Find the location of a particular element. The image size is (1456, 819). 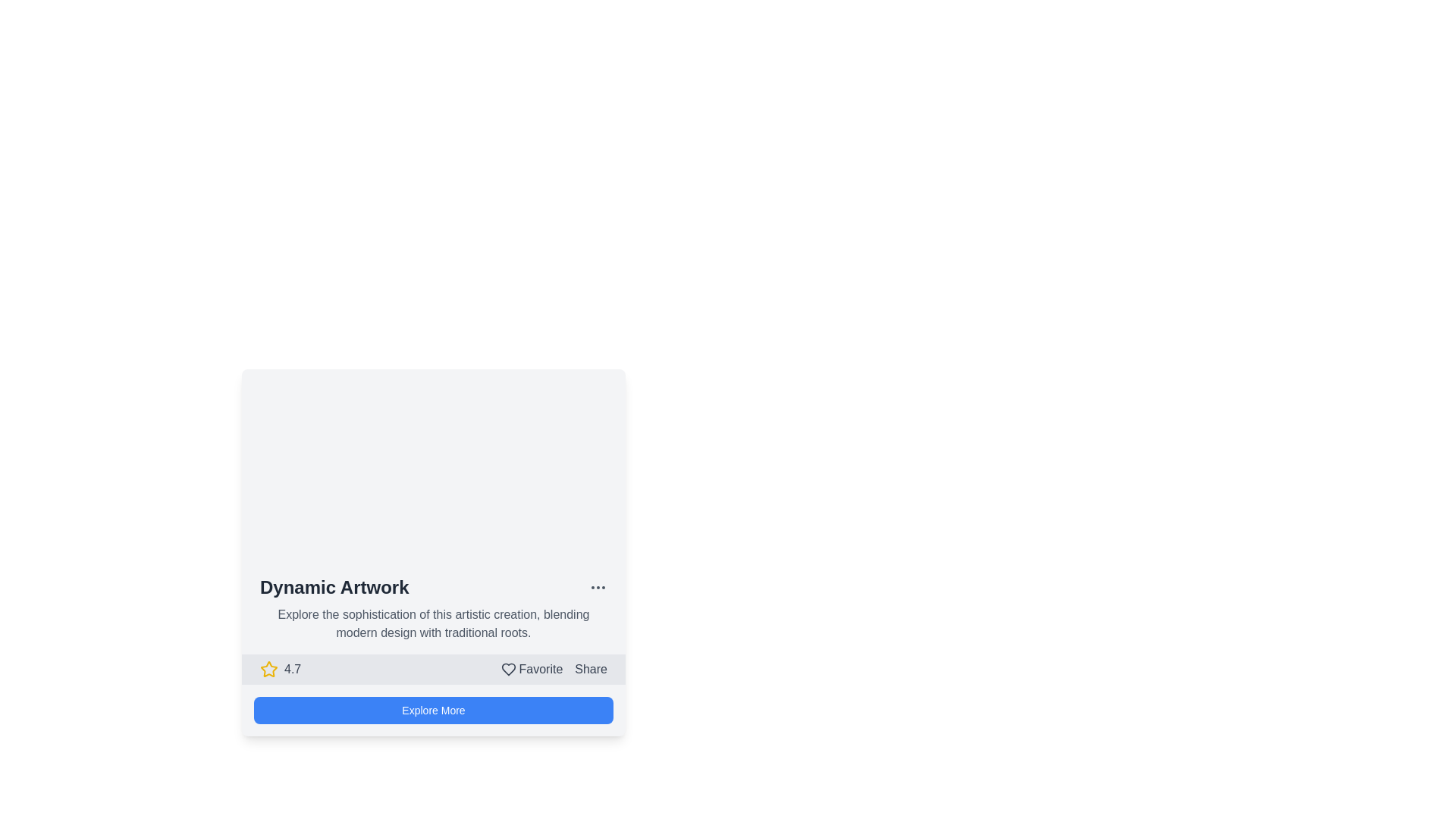

the 'Dynamic Artwork' text label, which is prominently displayed in large, bold gray font at the top-center of a card-like section is located at coordinates (334, 587).